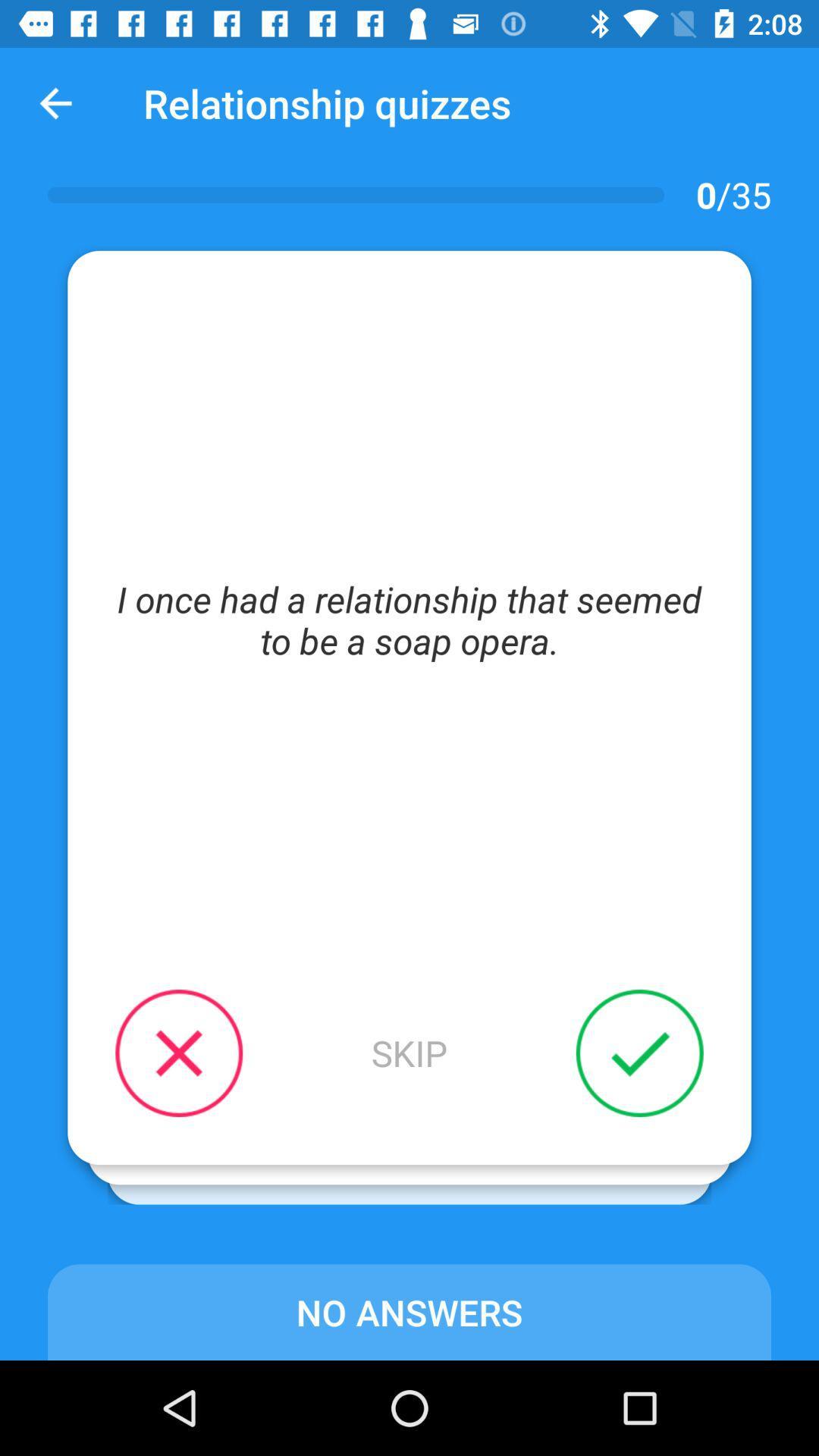  What do you see at coordinates (178, 1052) in the screenshot?
I see `the close icon` at bounding box center [178, 1052].